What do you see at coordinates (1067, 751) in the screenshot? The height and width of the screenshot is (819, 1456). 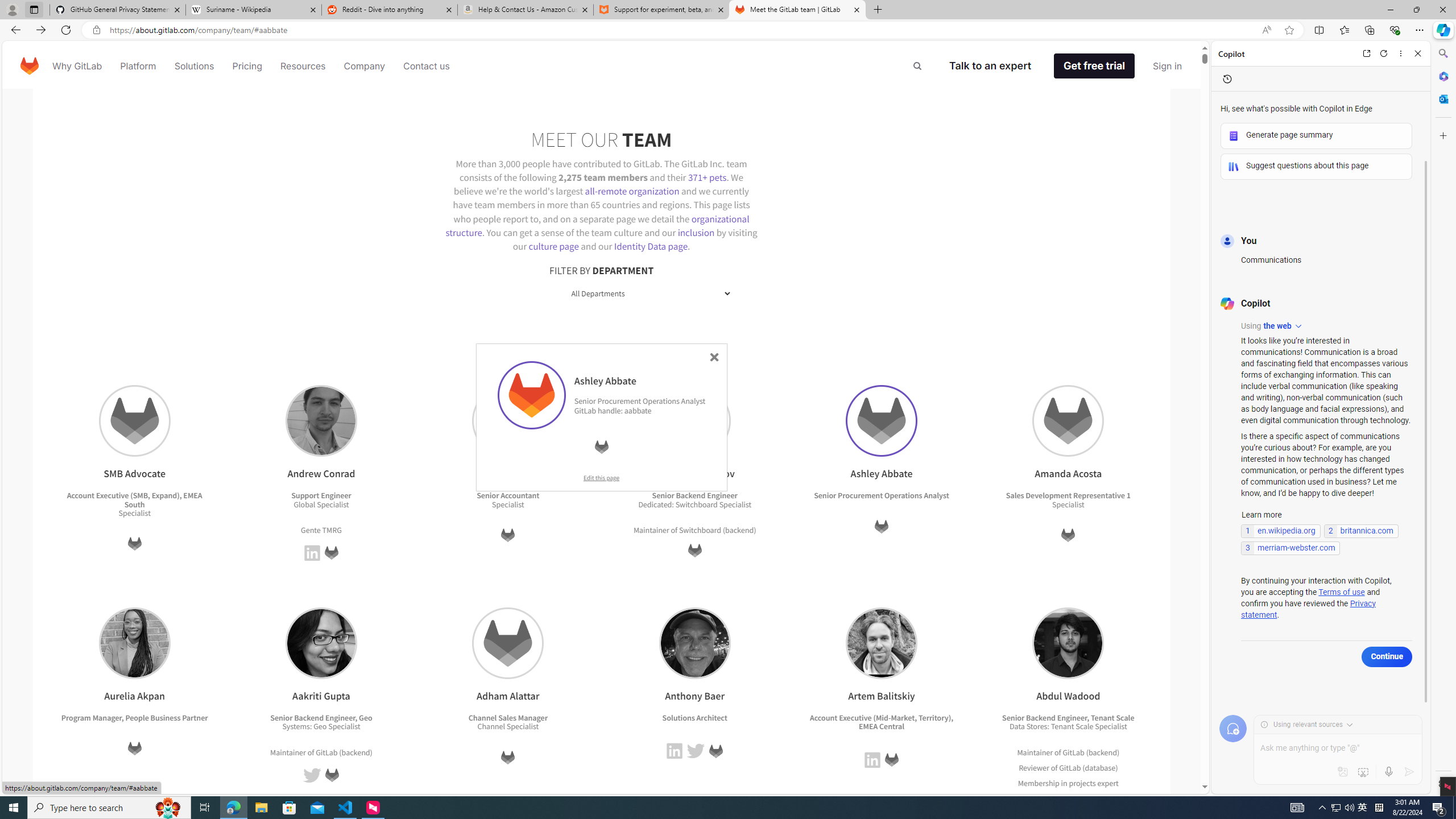 I see `'Maintainer of GitLab (backend)'` at bounding box center [1067, 751].